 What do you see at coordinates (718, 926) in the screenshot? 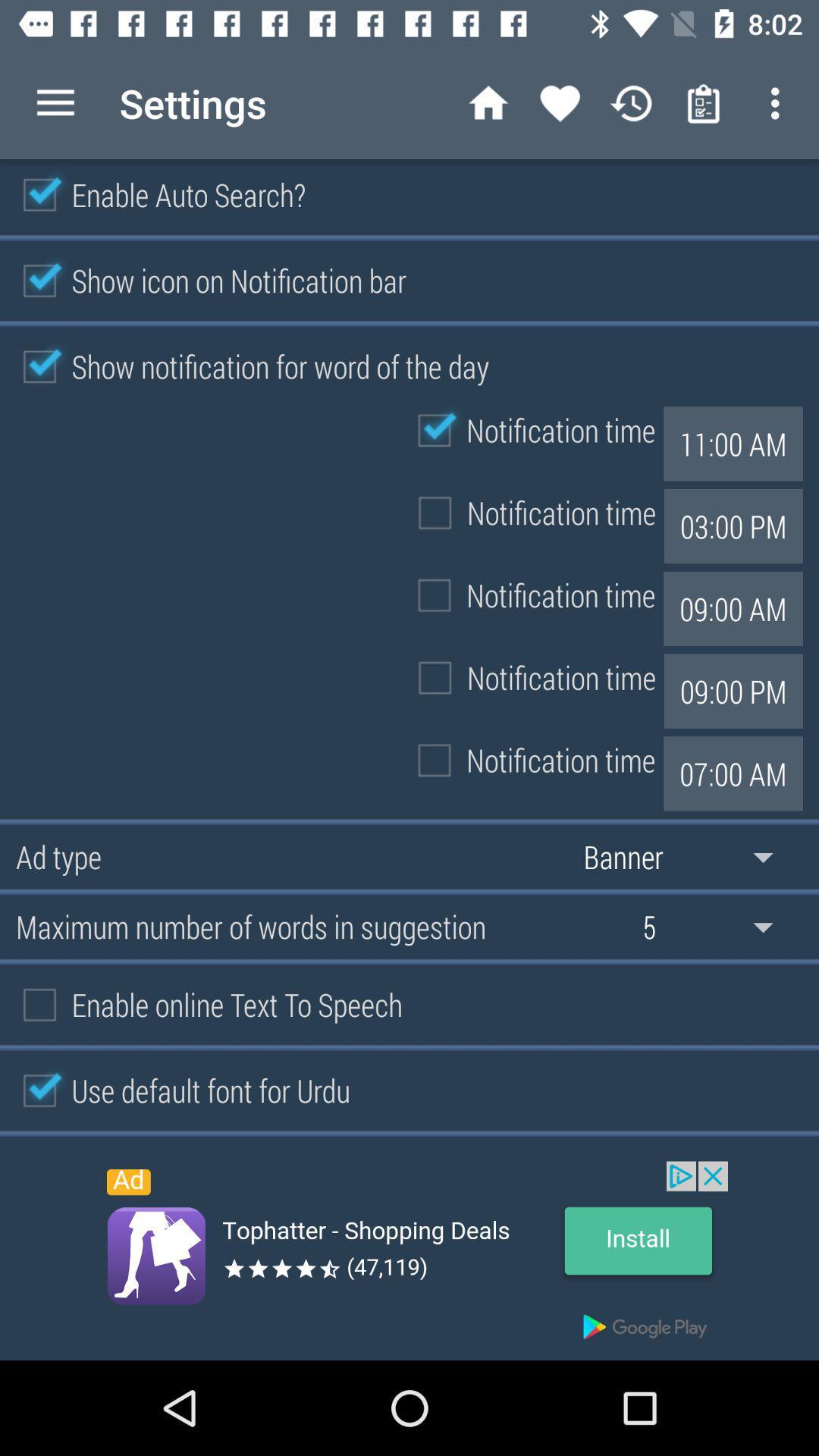
I see `the second drop down button along with the number 5` at bounding box center [718, 926].